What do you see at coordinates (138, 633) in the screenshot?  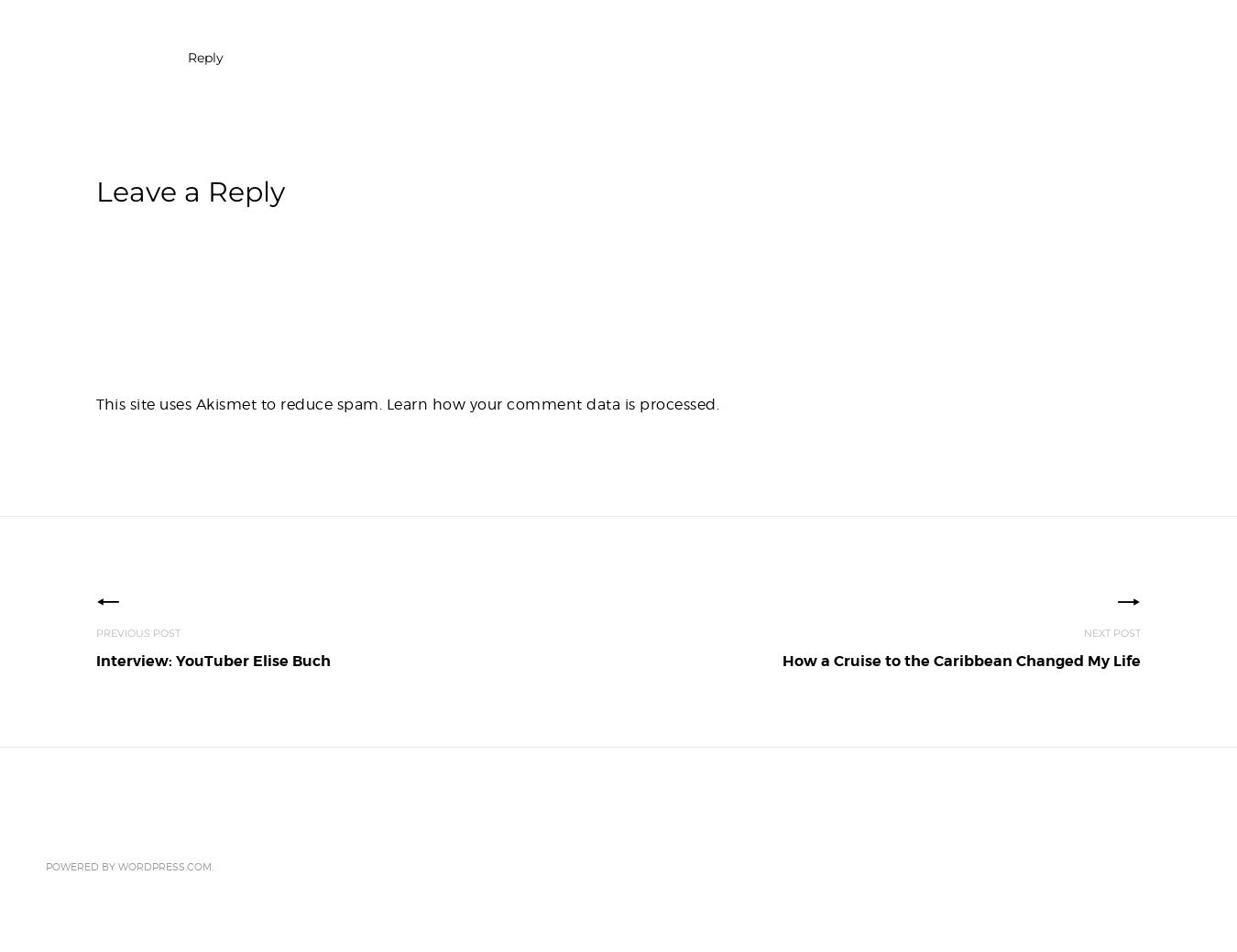 I see `'Previous Post'` at bounding box center [138, 633].